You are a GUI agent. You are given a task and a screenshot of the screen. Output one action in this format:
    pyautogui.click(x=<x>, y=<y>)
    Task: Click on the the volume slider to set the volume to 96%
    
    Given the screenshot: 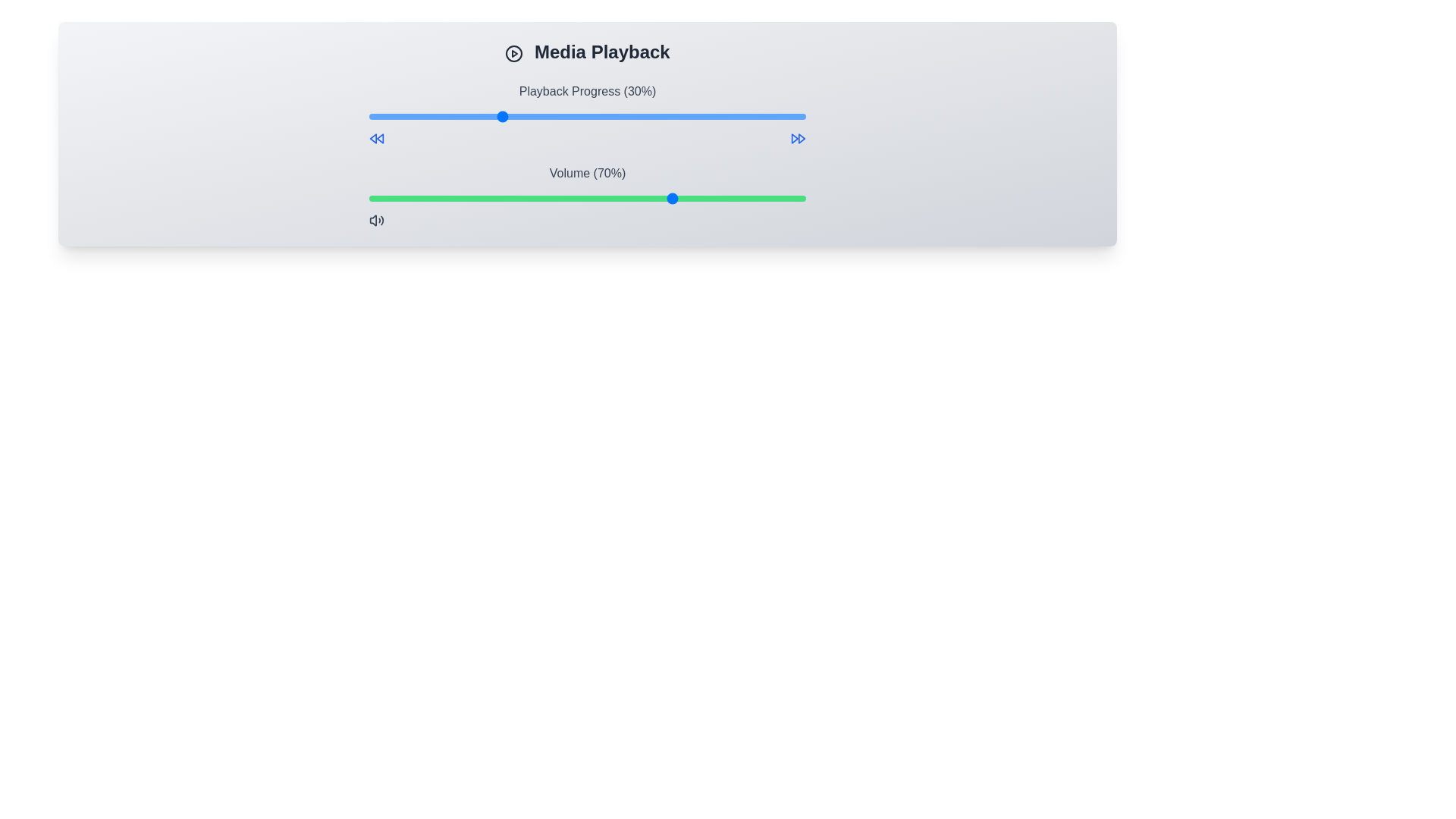 What is the action you would take?
    pyautogui.click(x=788, y=198)
    